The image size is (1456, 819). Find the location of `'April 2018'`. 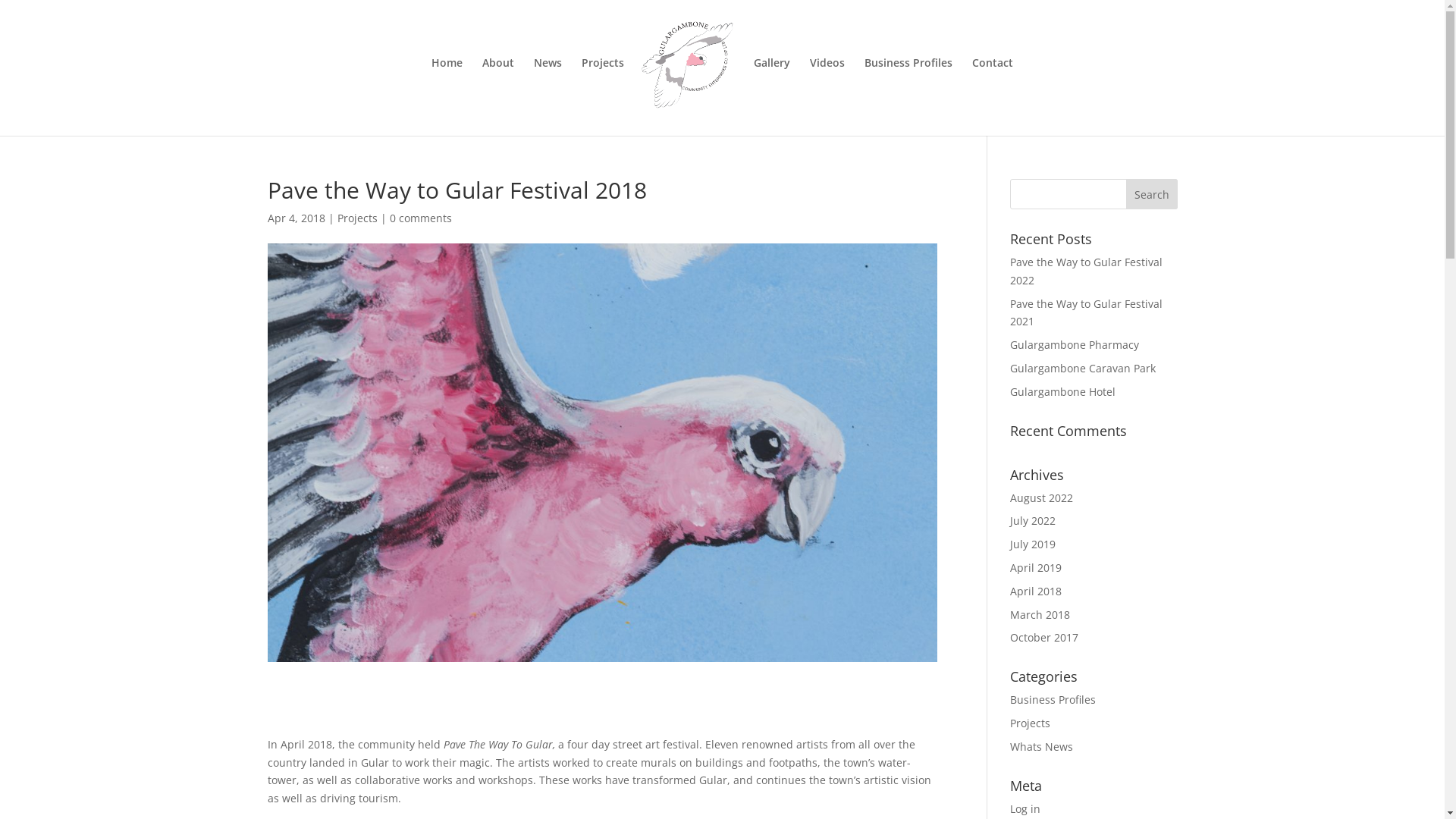

'April 2018' is located at coordinates (1035, 590).